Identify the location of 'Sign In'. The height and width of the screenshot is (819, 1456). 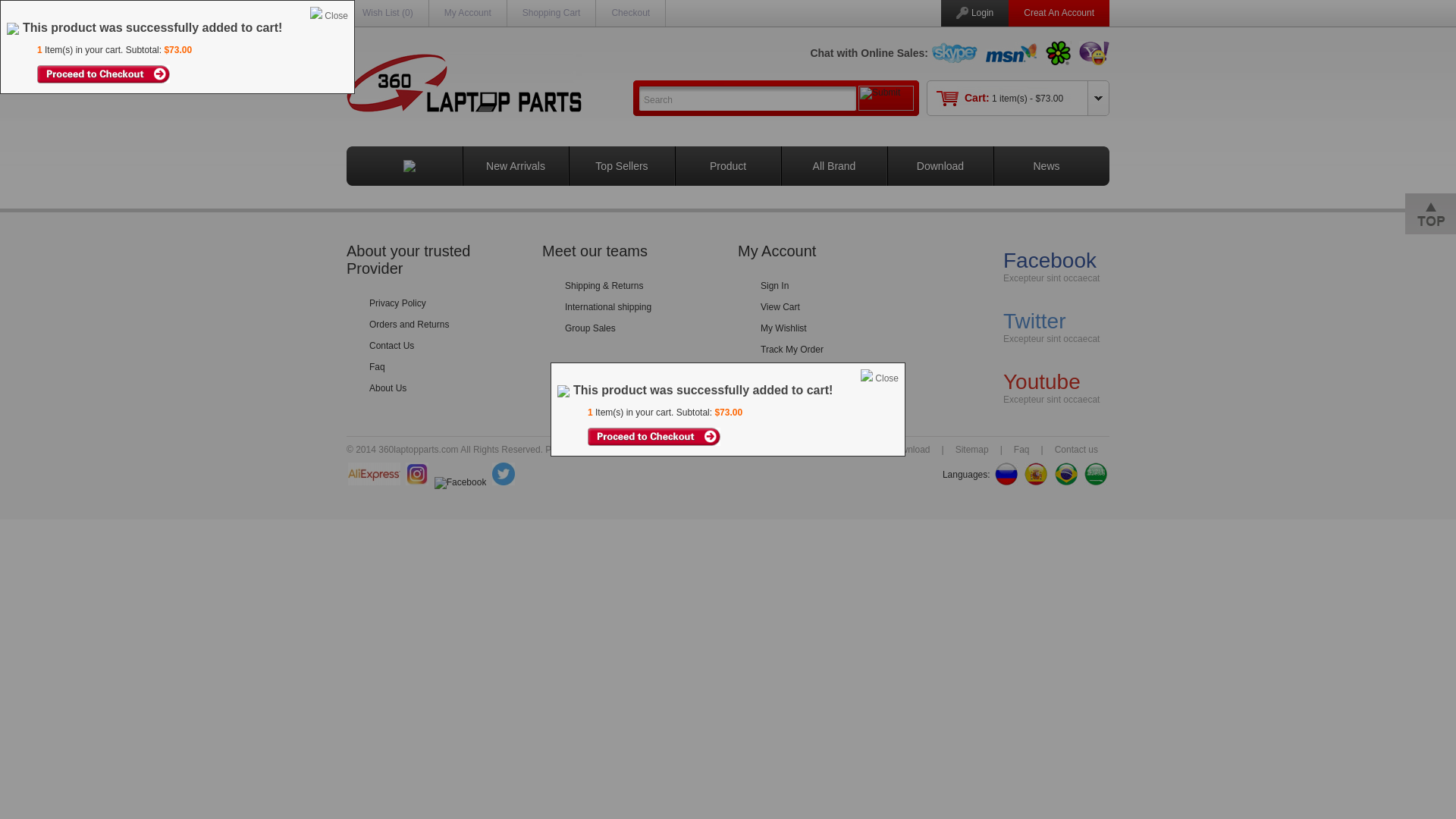
(761, 286).